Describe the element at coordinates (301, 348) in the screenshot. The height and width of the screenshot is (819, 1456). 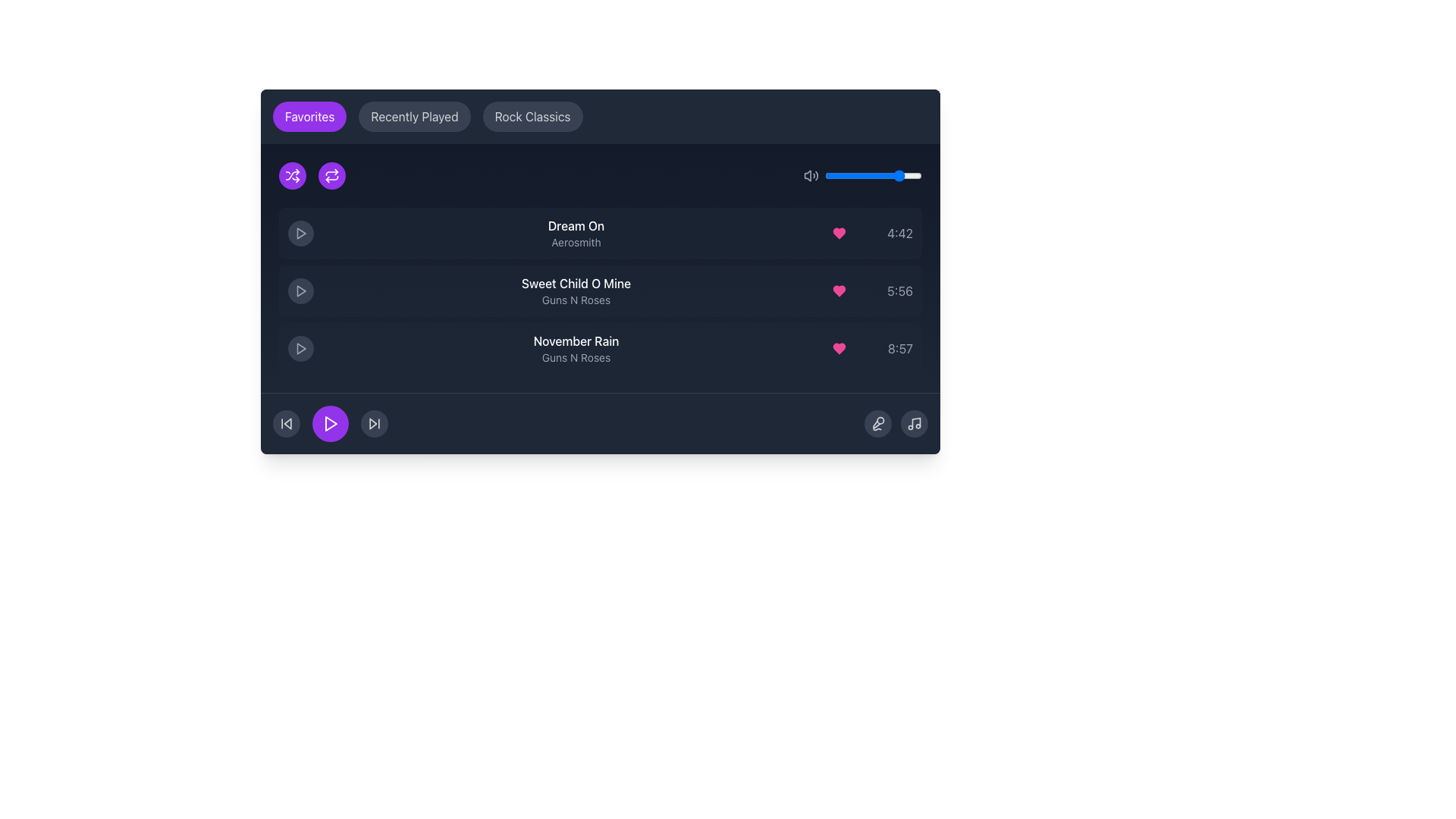
I see `the circular button icon for the song 'November Rain' in the playlist` at that location.